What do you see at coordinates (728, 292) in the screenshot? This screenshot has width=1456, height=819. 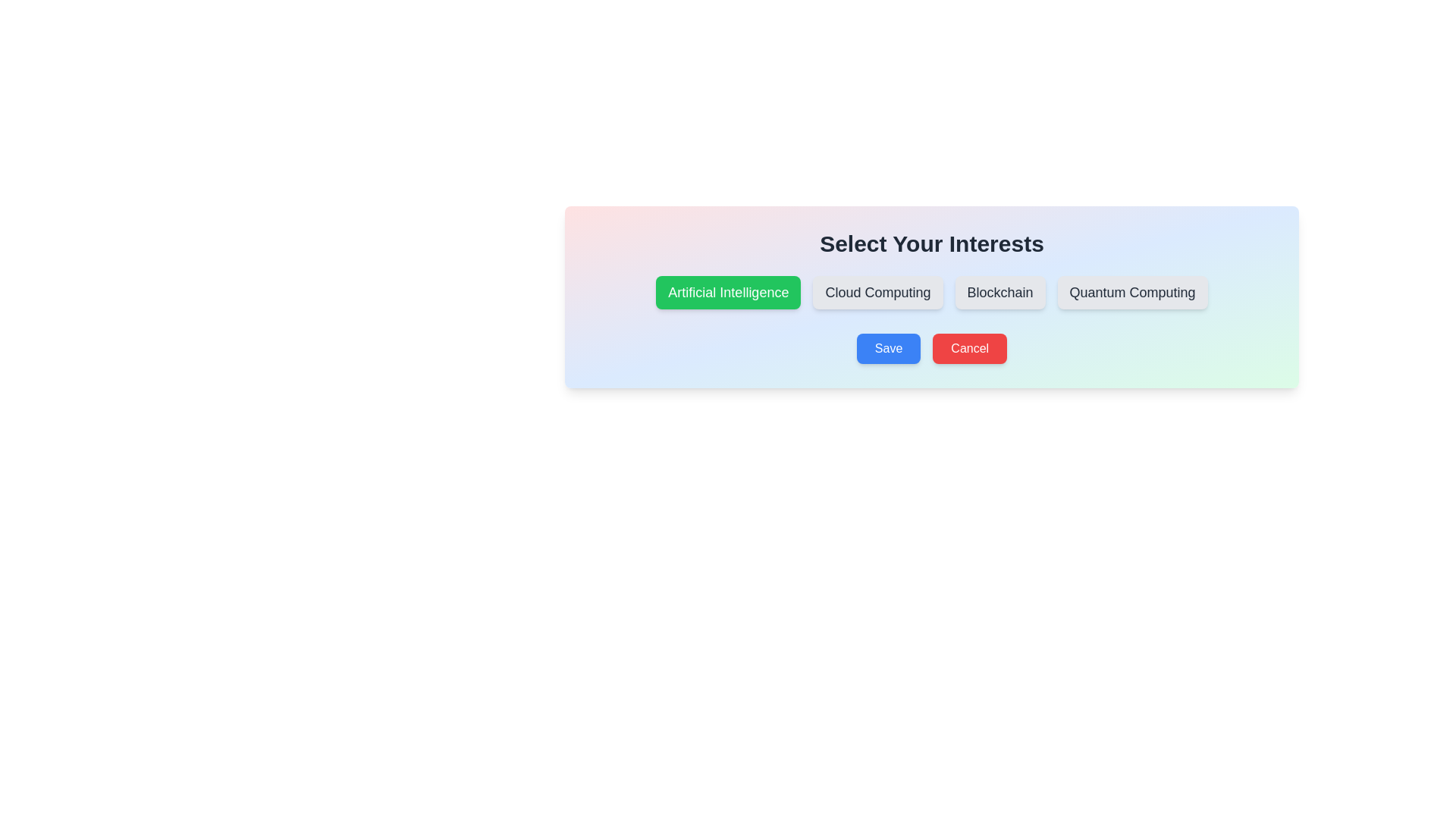 I see `the button corresponding to the topic Artificial Intelligence to select or deselect it` at bounding box center [728, 292].